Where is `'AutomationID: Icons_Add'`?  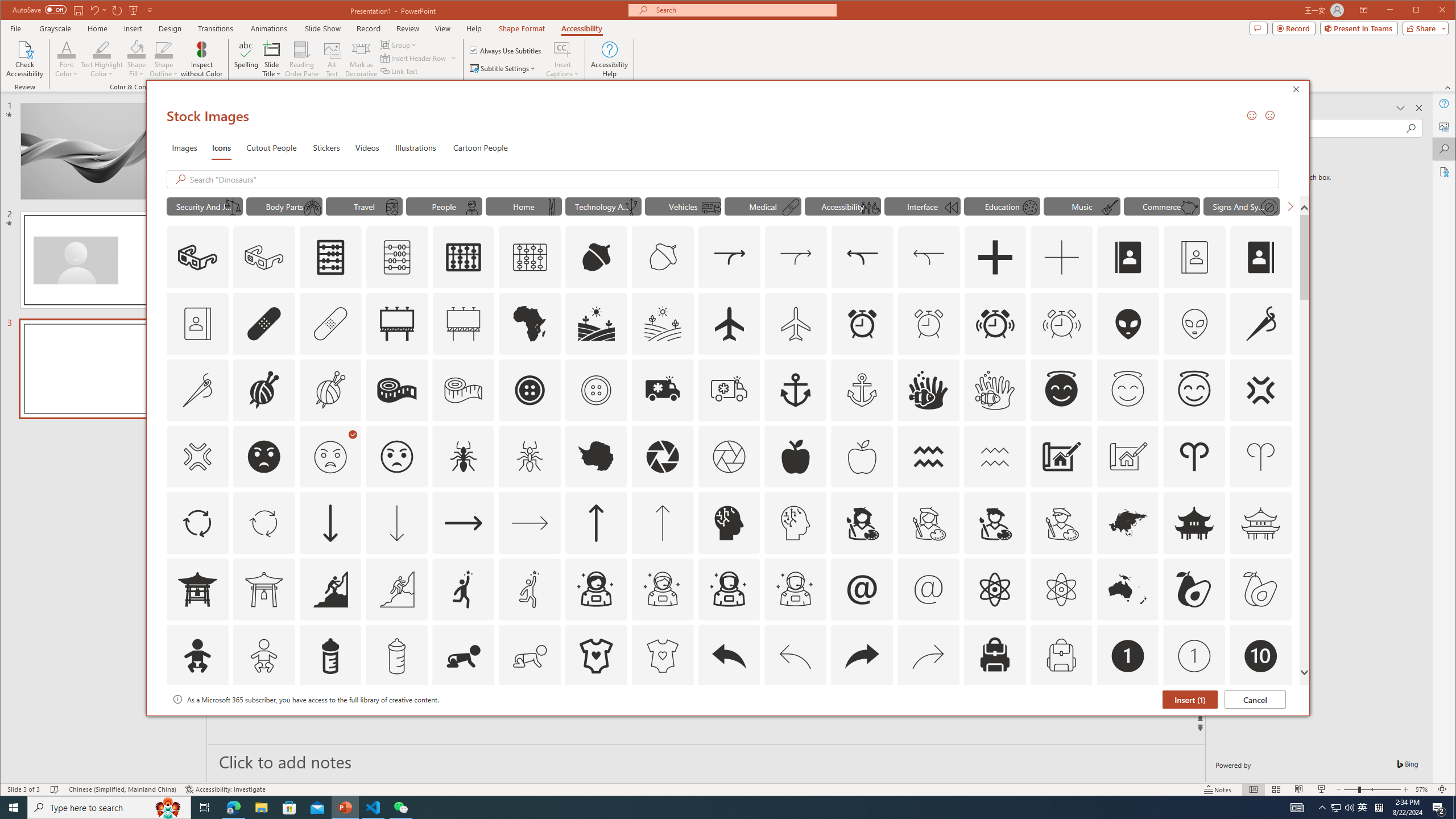 'AutomationID: Icons_Add' is located at coordinates (995, 257).